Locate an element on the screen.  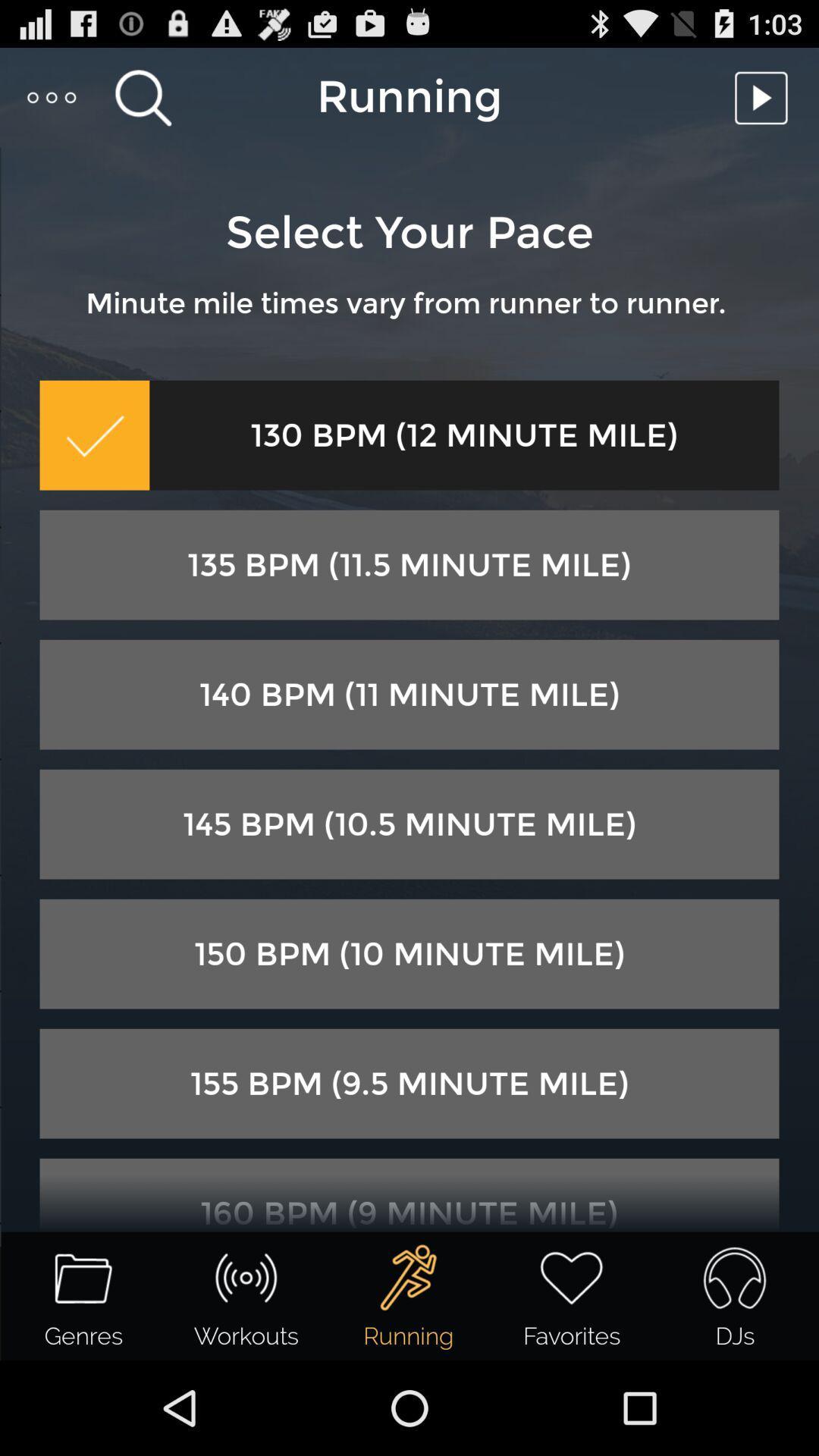
the item above the select your pace item is located at coordinates (765, 96).